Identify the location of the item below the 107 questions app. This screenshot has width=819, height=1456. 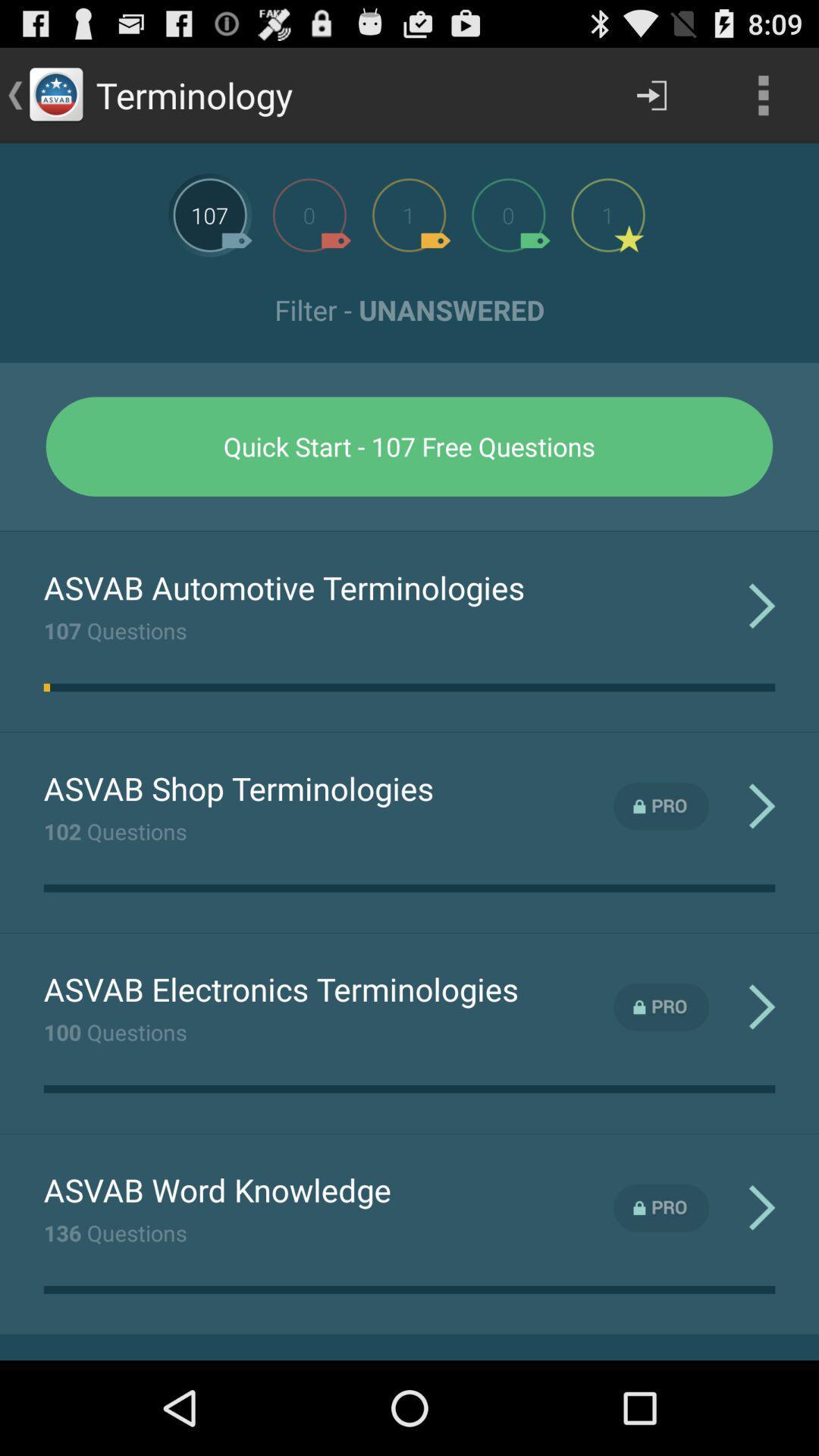
(45, 686).